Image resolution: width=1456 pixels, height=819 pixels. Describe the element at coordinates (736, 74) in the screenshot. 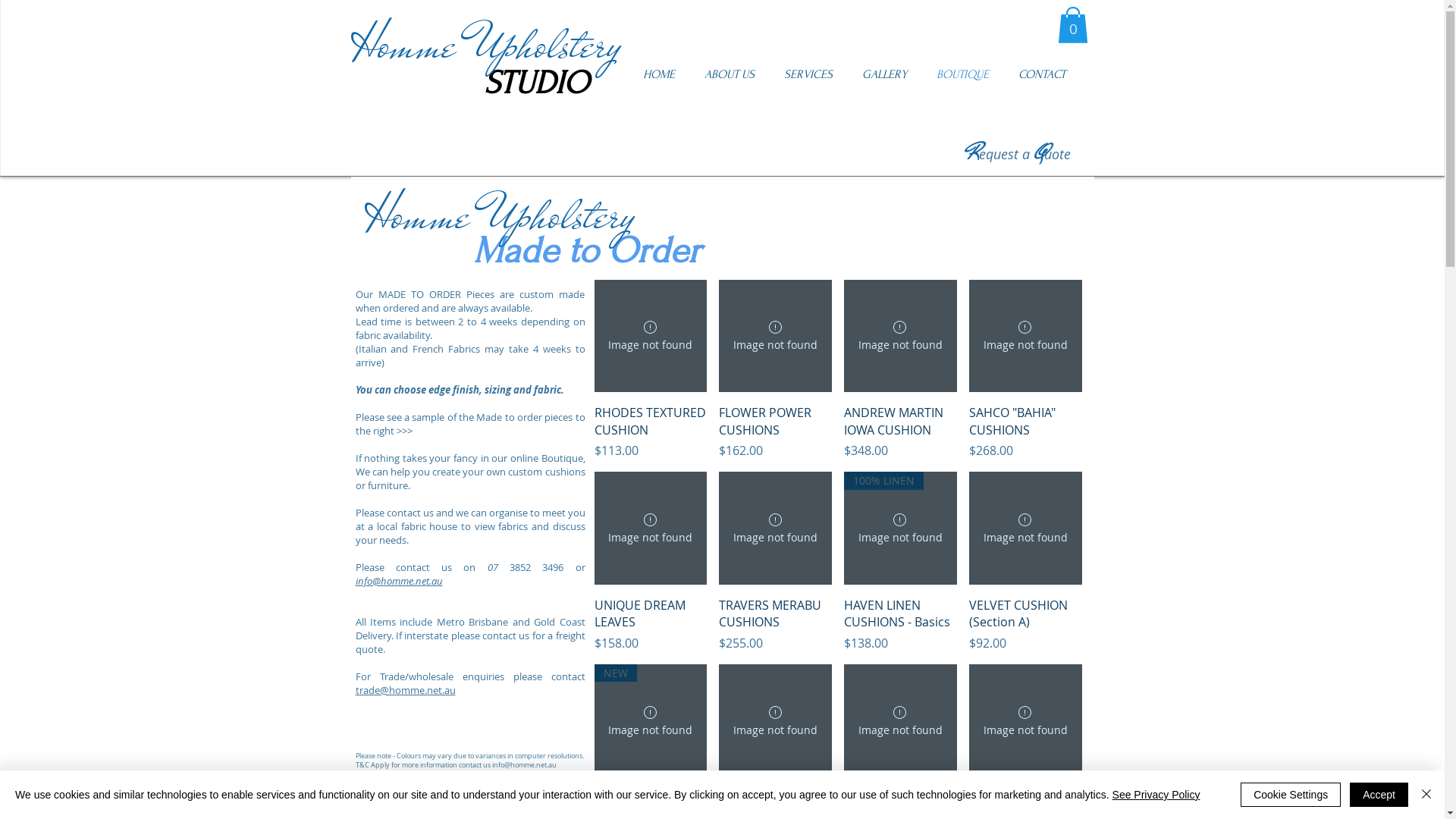

I see `'ABOUT US'` at that location.